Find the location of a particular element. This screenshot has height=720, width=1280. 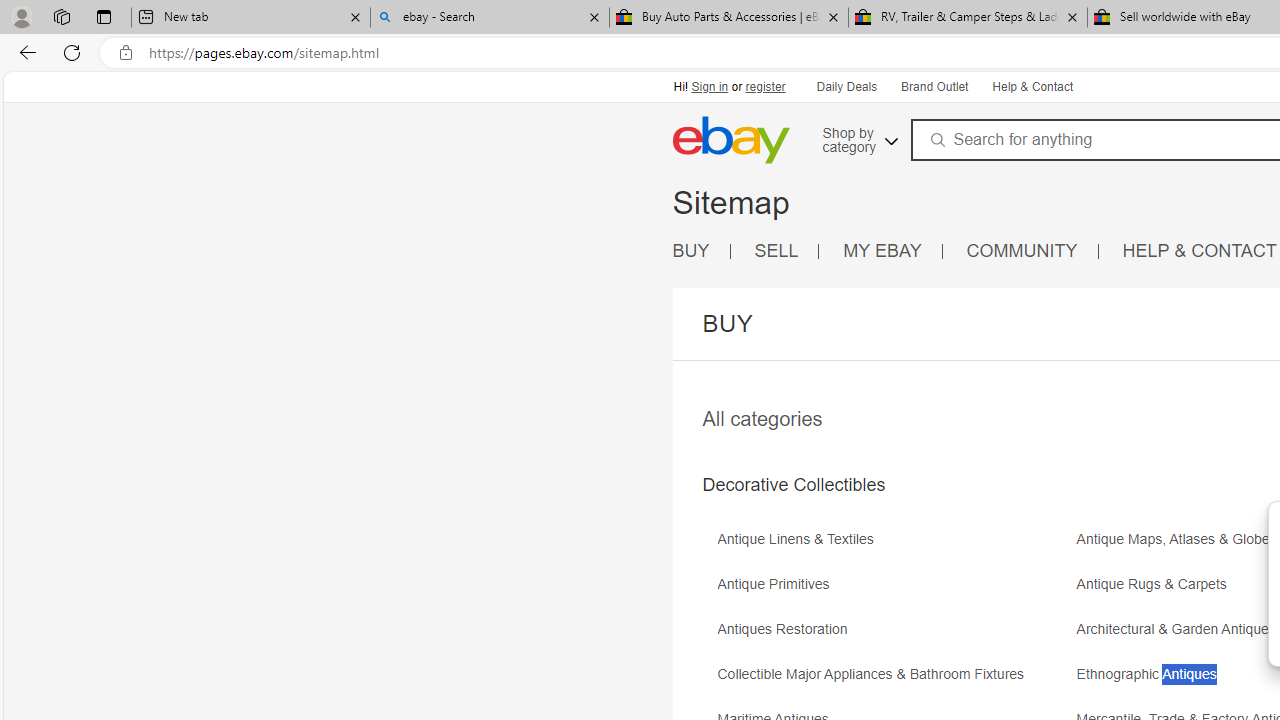

'Shop by category' is located at coordinates (858, 136).